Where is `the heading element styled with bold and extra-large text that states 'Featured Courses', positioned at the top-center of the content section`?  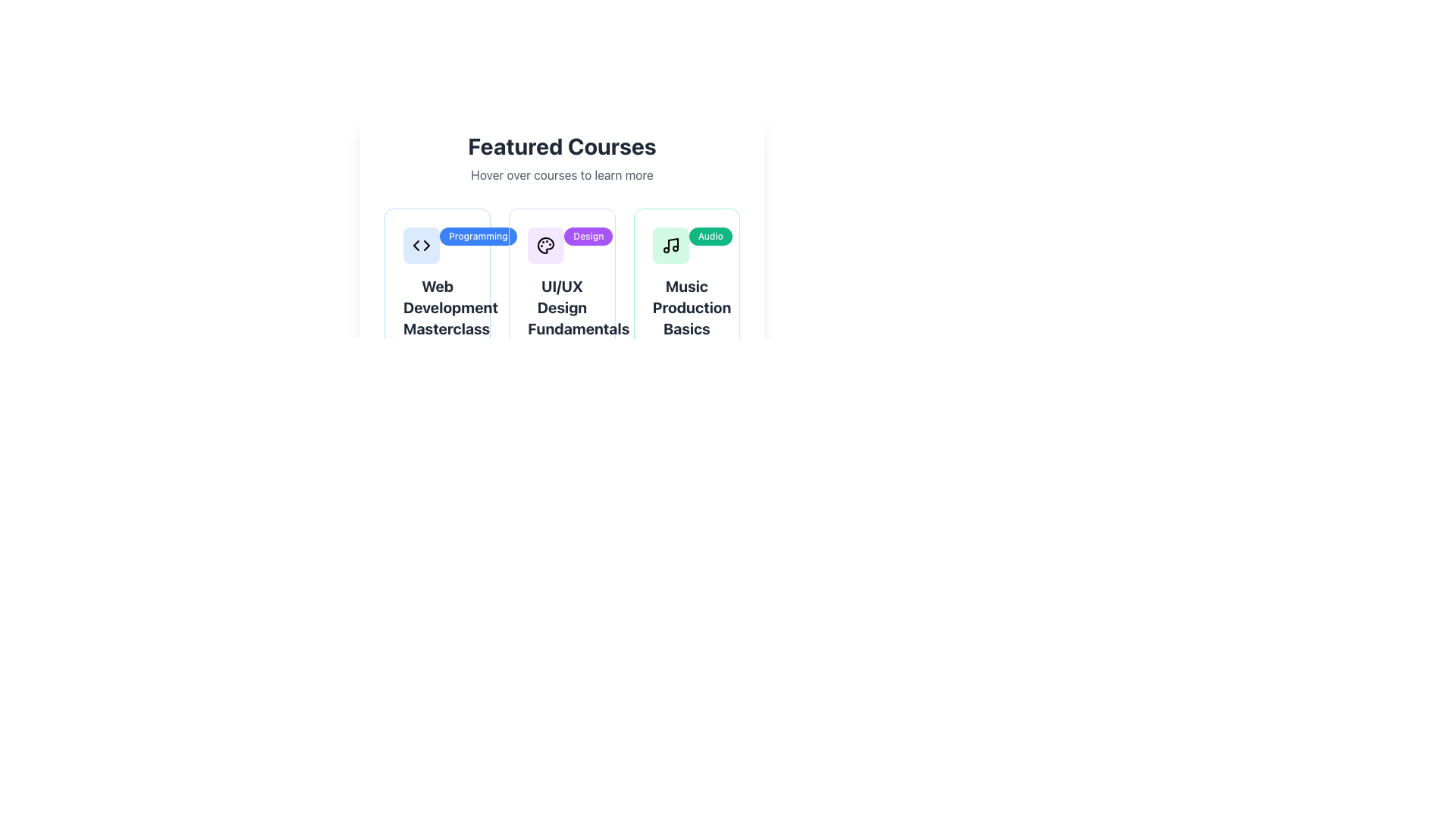
the heading element styled with bold and extra-large text that states 'Featured Courses', positioned at the top-center of the content section is located at coordinates (561, 146).